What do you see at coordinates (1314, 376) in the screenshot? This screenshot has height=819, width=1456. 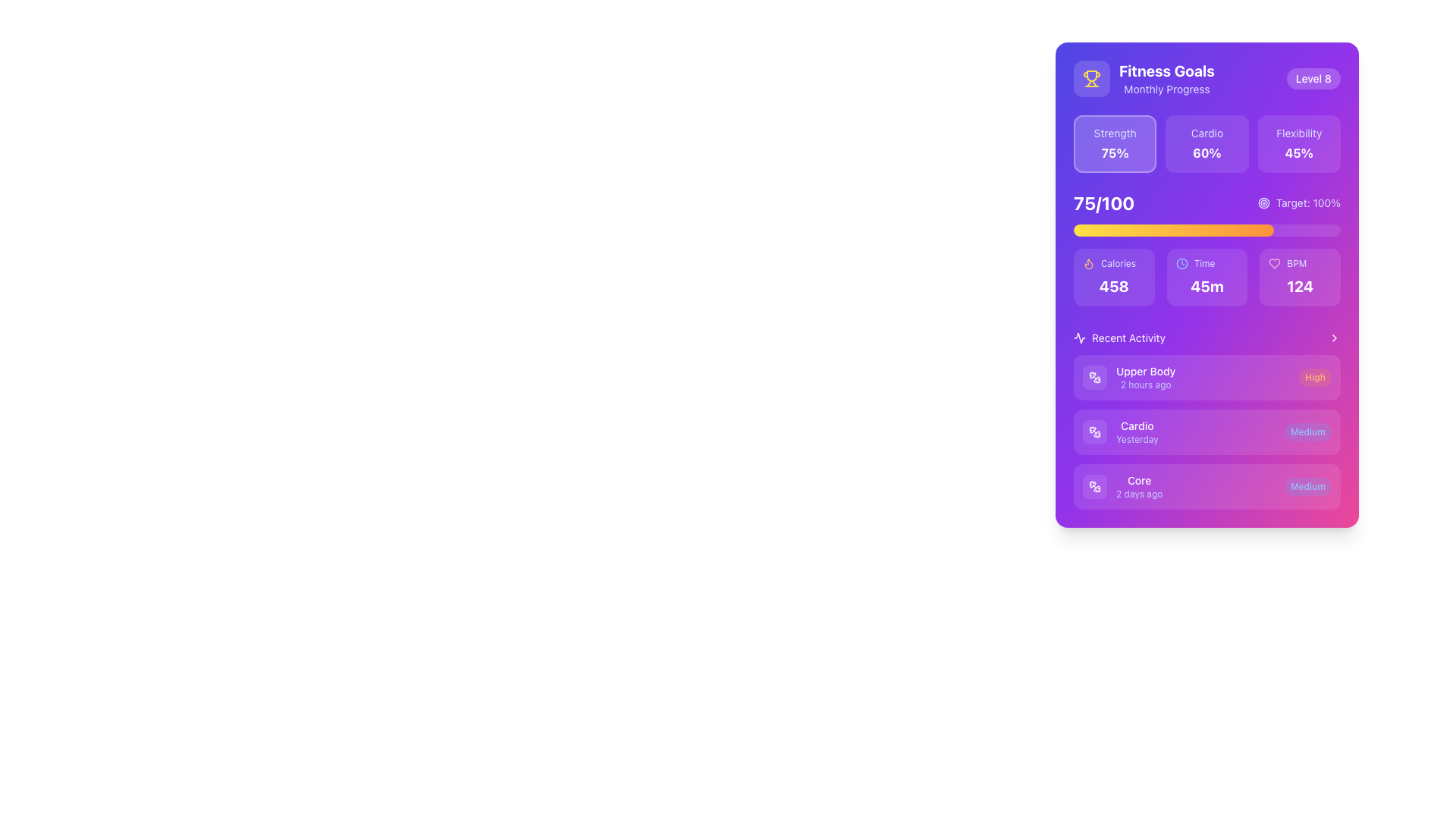 I see `the capsule-shaped label with the text 'High', which is styled with an orange background and positioned on the right side of a list item in the 'Recent Activity' section` at bounding box center [1314, 376].